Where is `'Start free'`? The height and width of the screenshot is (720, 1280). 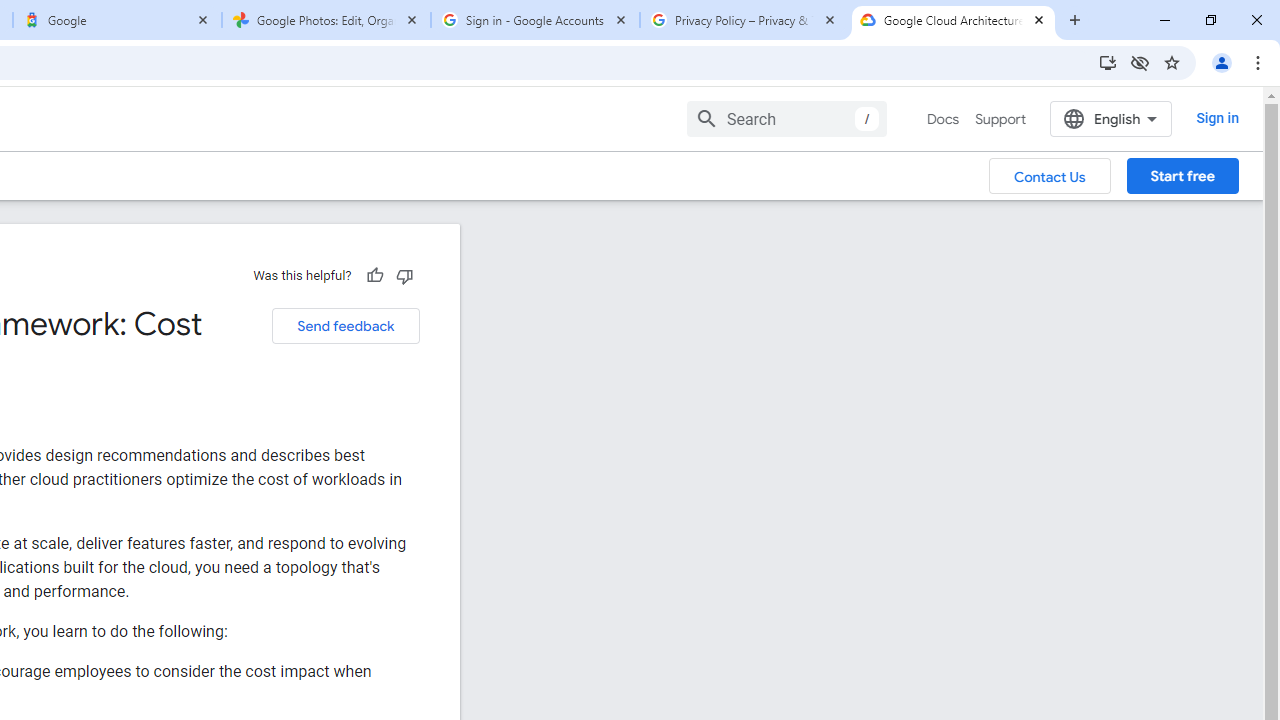
'Start free' is located at coordinates (1182, 174).